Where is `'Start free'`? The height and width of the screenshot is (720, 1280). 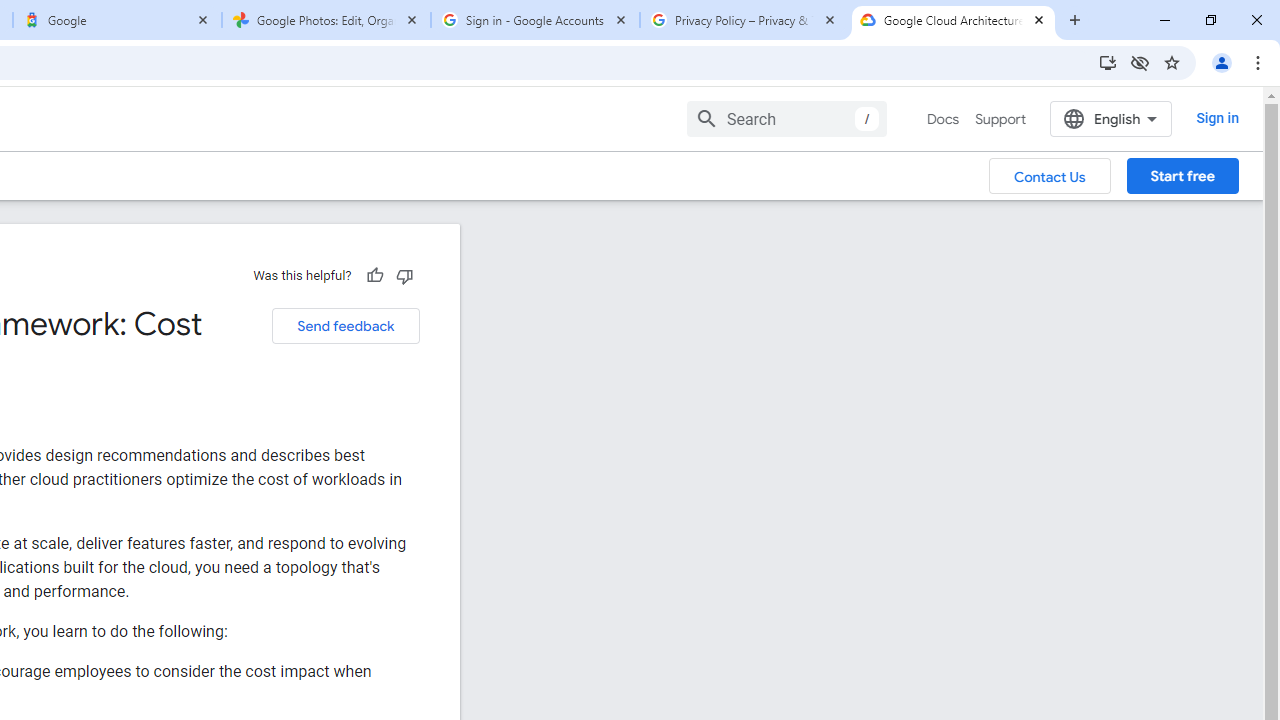
'Start free' is located at coordinates (1182, 174).